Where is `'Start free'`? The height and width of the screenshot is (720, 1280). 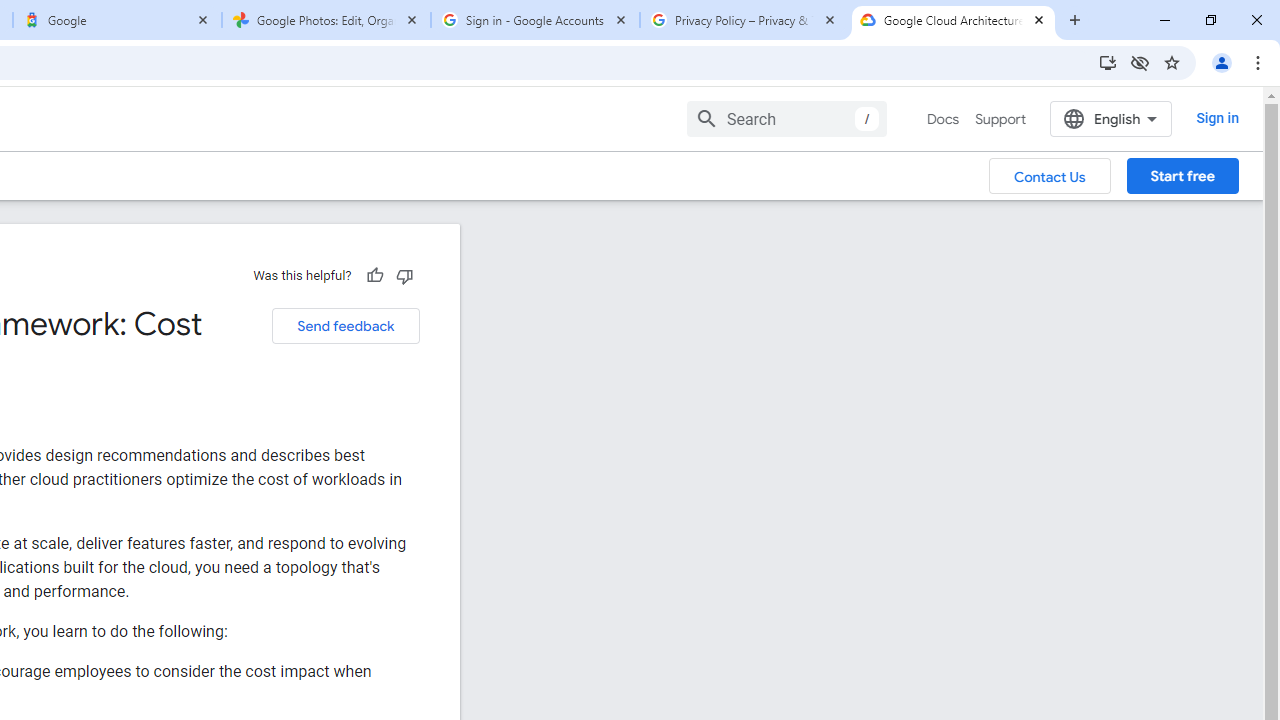
'Start free' is located at coordinates (1182, 174).